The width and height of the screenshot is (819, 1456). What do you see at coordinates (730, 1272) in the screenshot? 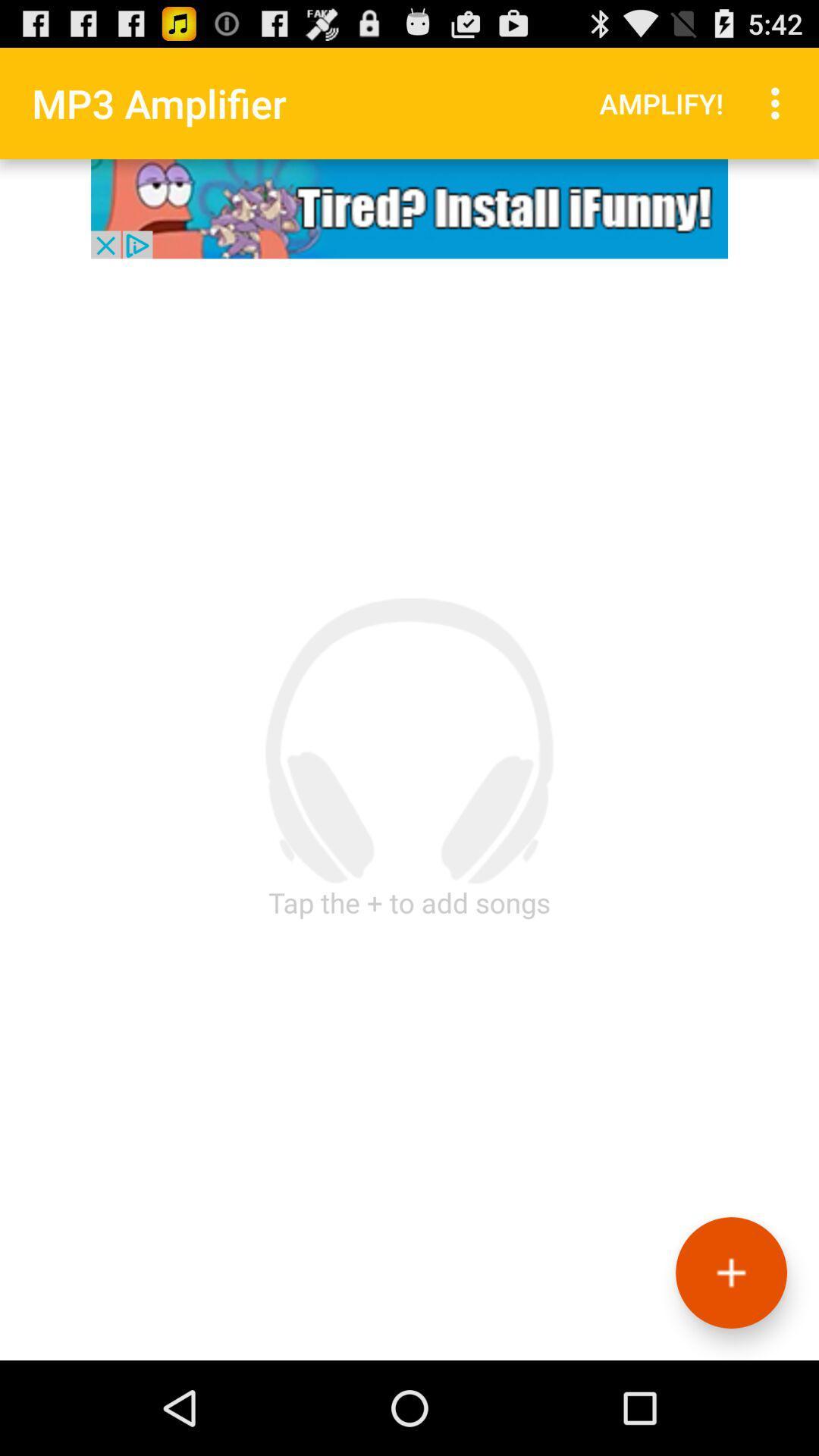
I see `song` at bounding box center [730, 1272].